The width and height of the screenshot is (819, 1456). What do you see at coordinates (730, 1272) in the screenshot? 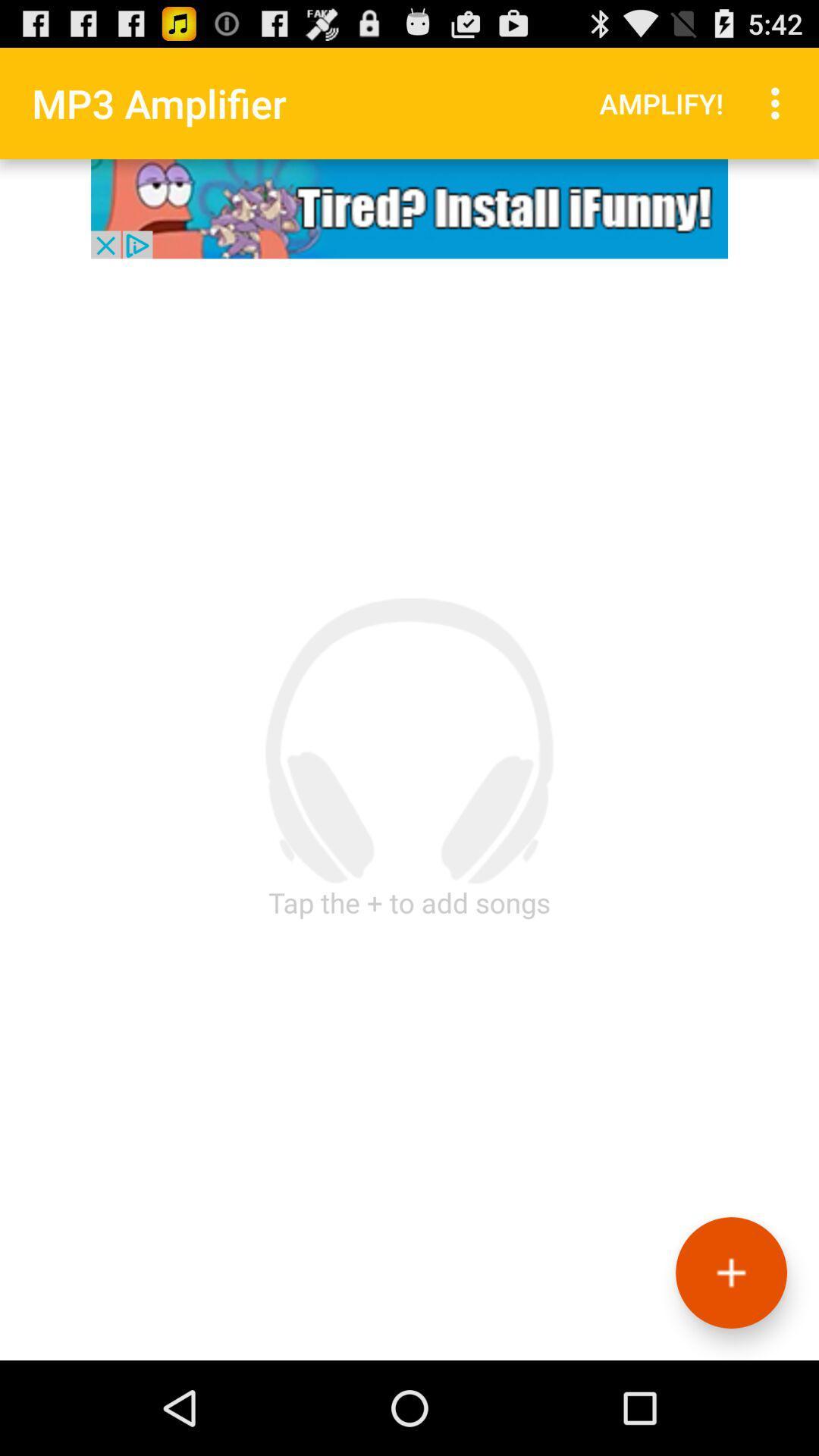
I see `song` at bounding box center [730, 1272].